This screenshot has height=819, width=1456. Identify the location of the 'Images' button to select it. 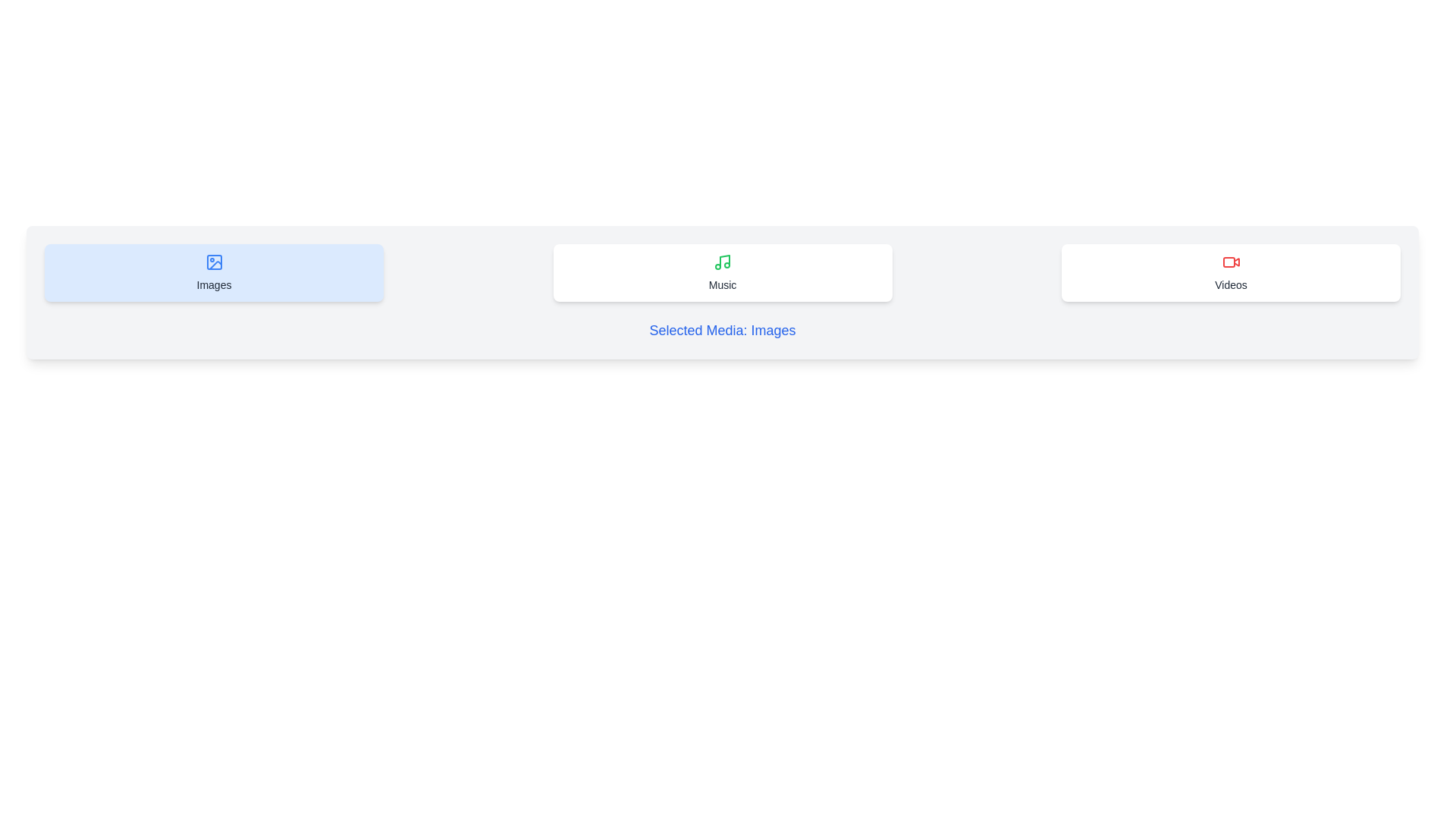
(213, 271).